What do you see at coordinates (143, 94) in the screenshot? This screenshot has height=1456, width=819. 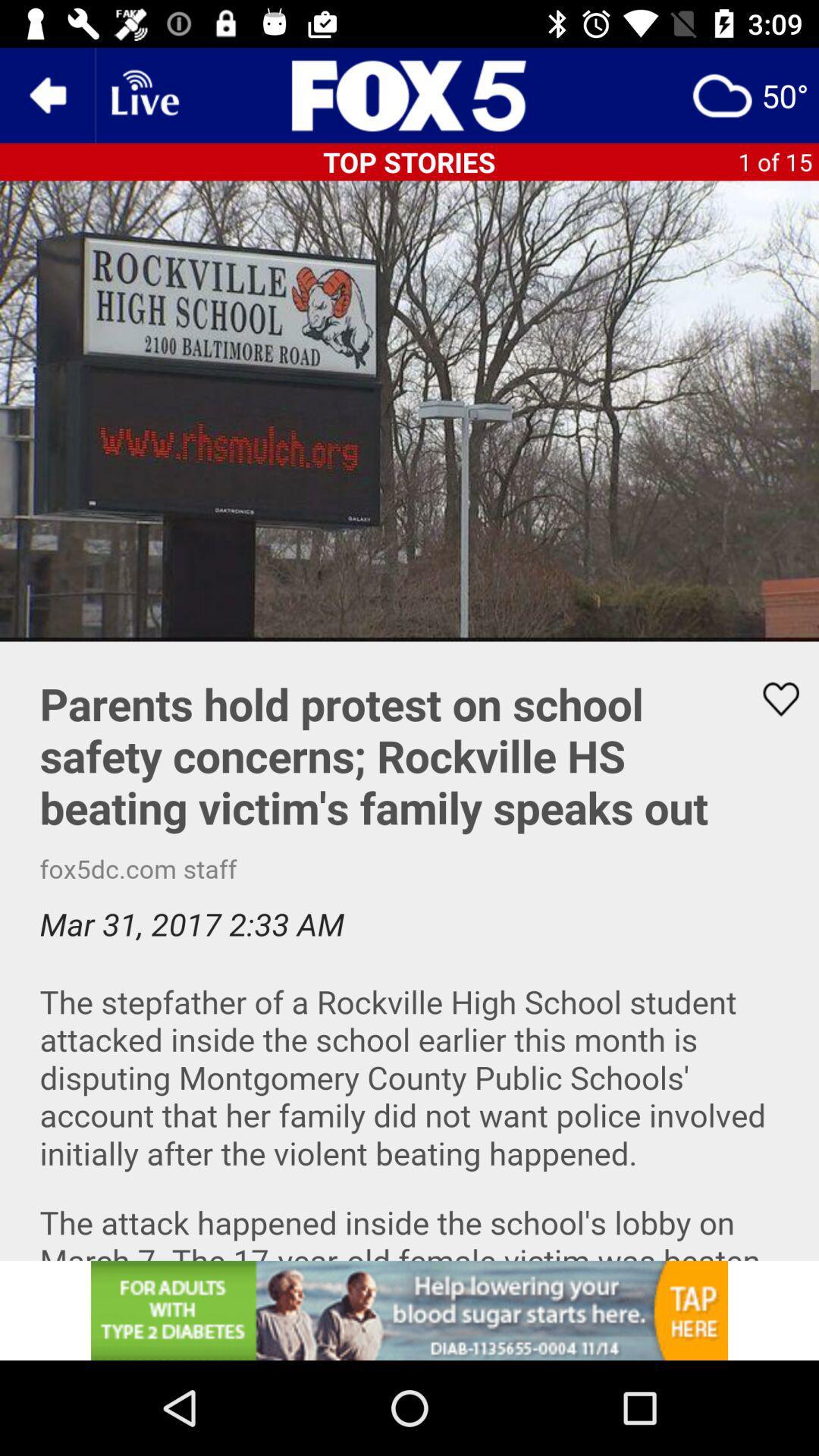 I see `wifi option` at bounding box center [143, 94].